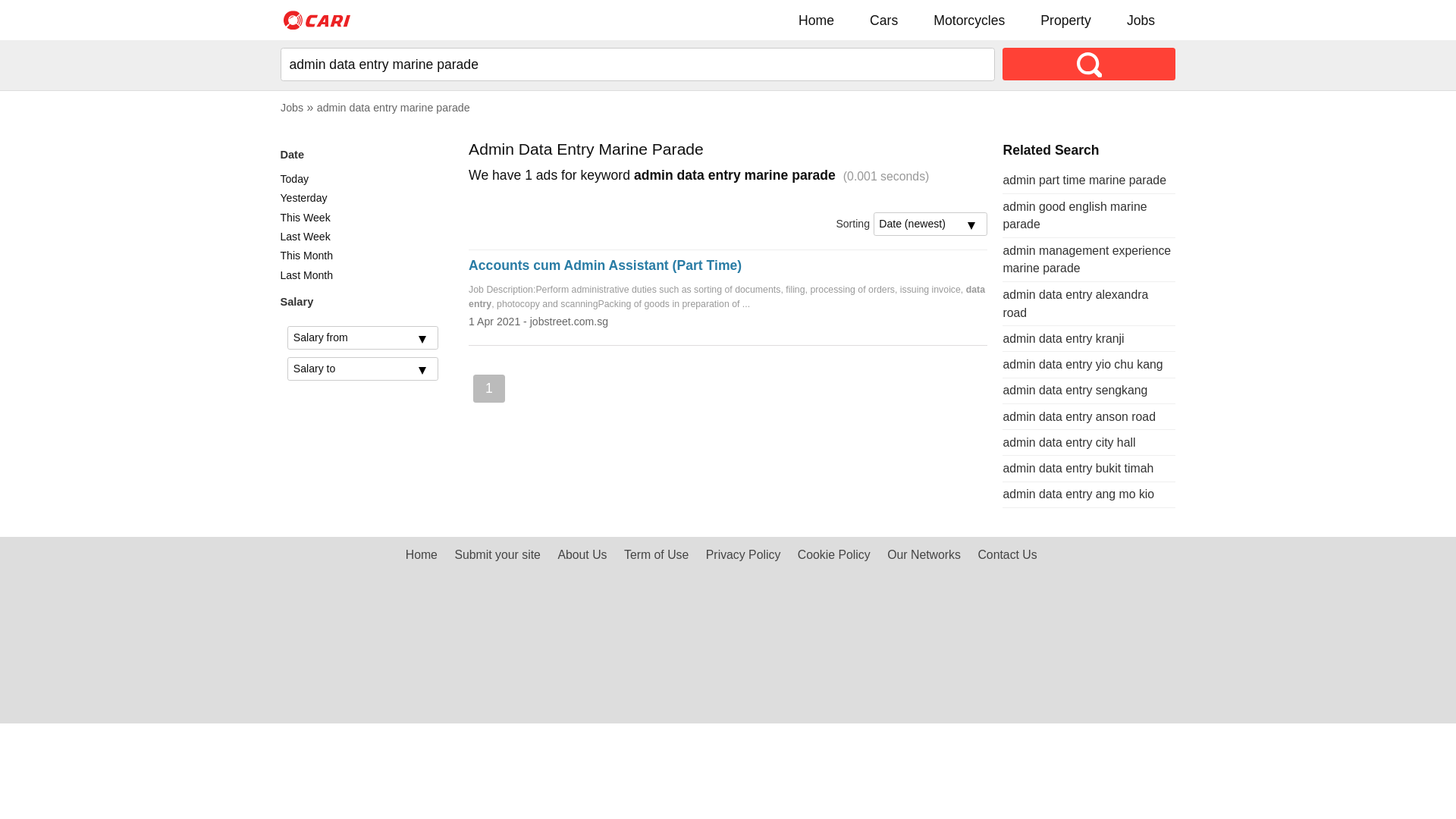 The width and height of the screenshot is (1456, 819). What do you see at coordinates (1007, 554) in the screenshot?
I see `'Contact Us'` at bounding box center [1007, 554].